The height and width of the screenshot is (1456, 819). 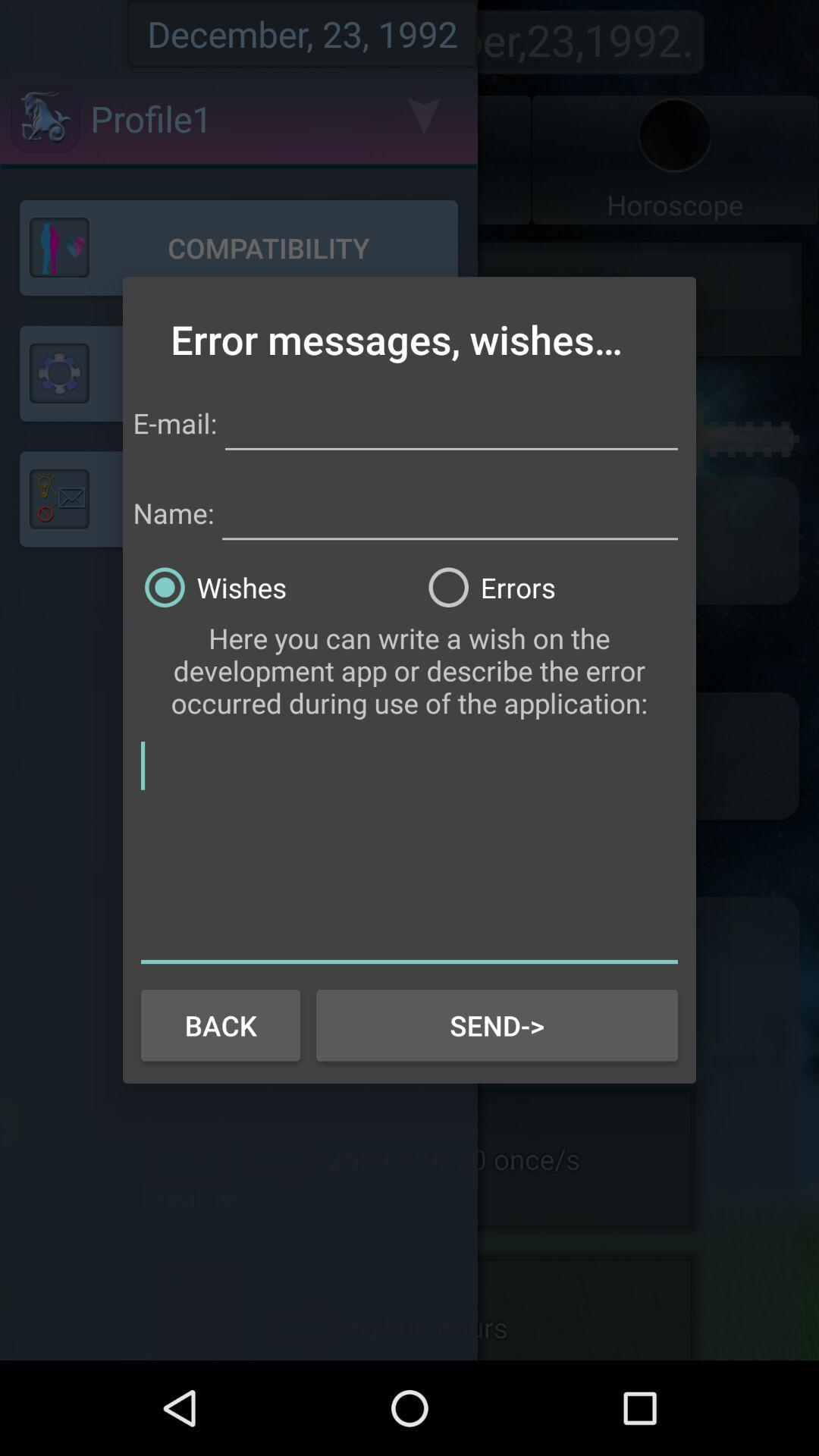 What do you see at coordinates (409, 849) in the screenshot?
I see `comment` at bounding box center [409, 849].